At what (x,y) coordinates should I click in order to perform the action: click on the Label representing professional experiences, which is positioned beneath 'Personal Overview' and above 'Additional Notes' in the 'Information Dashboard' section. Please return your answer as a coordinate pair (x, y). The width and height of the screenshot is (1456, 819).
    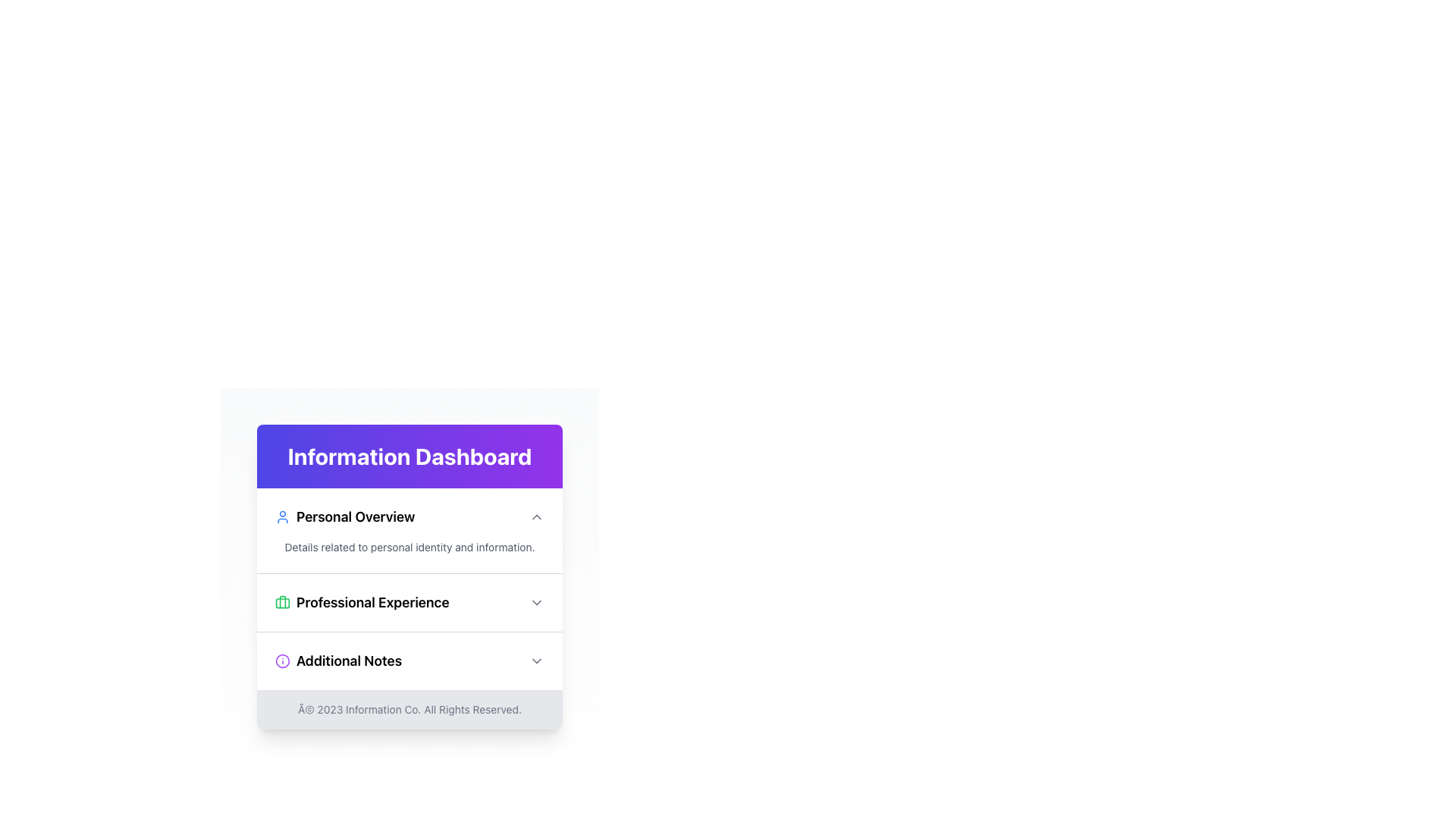
    Looking at the image, I should click on (409, 601).